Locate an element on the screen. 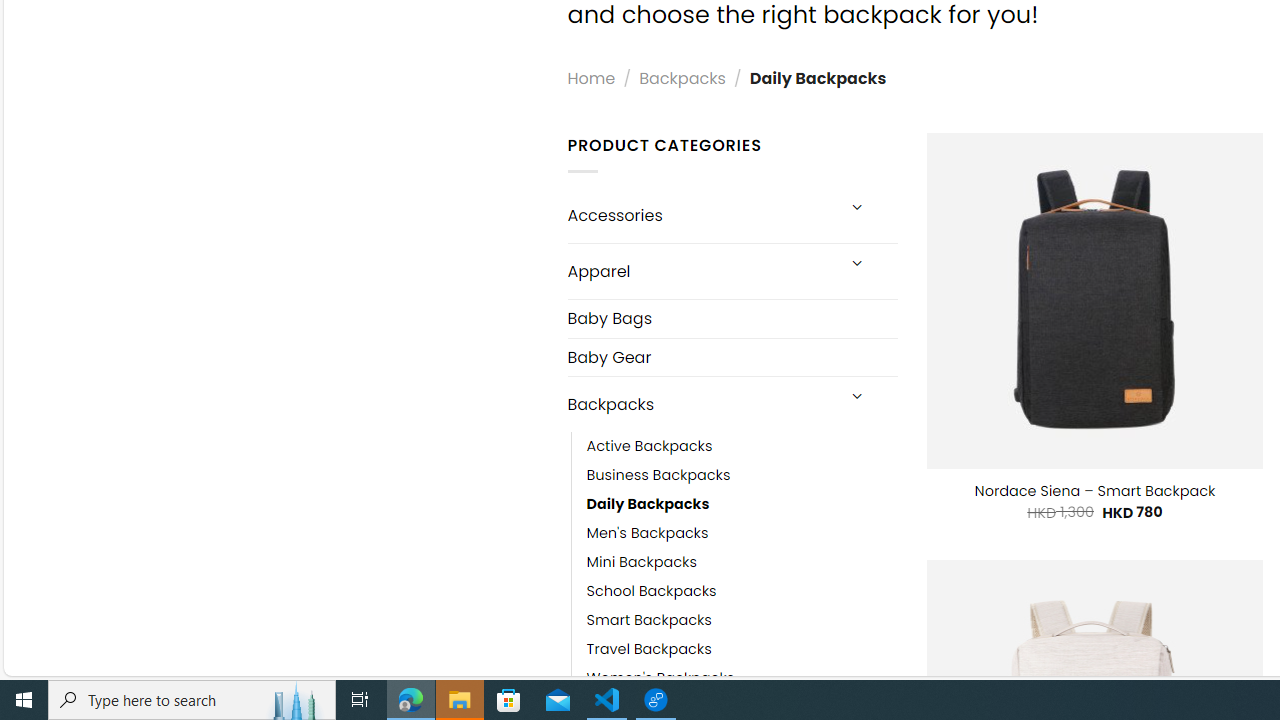  'Daily Backpacks' is located at coordinates (741, 504).